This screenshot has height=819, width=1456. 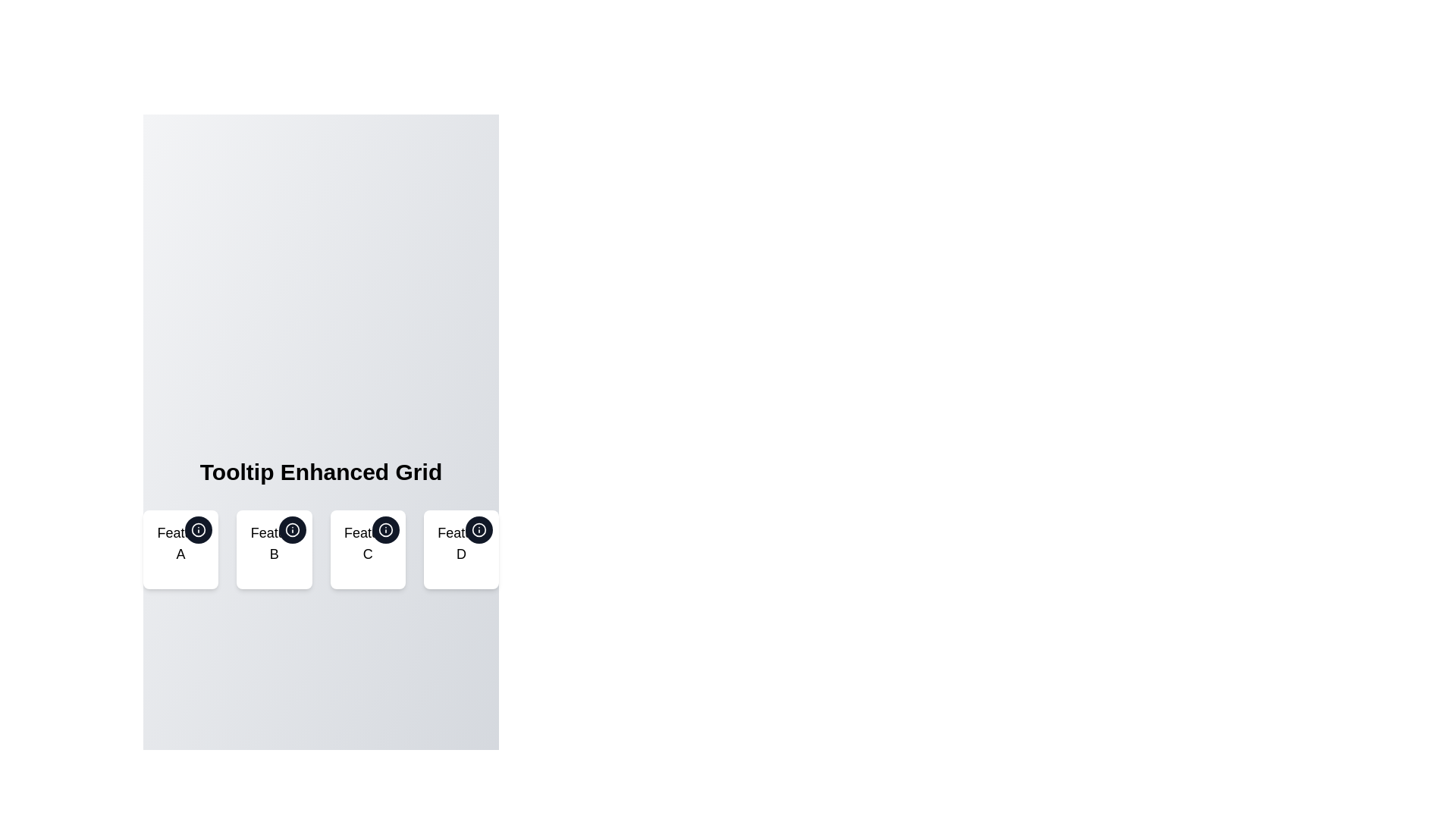 What do you see at coordinates (198, 529) in the screenshot?
I see `the circular information button with a dark background and white 'i' icon located at the top-right corner of the card labeled 'Feature A'` at bounding box center [198, 529].